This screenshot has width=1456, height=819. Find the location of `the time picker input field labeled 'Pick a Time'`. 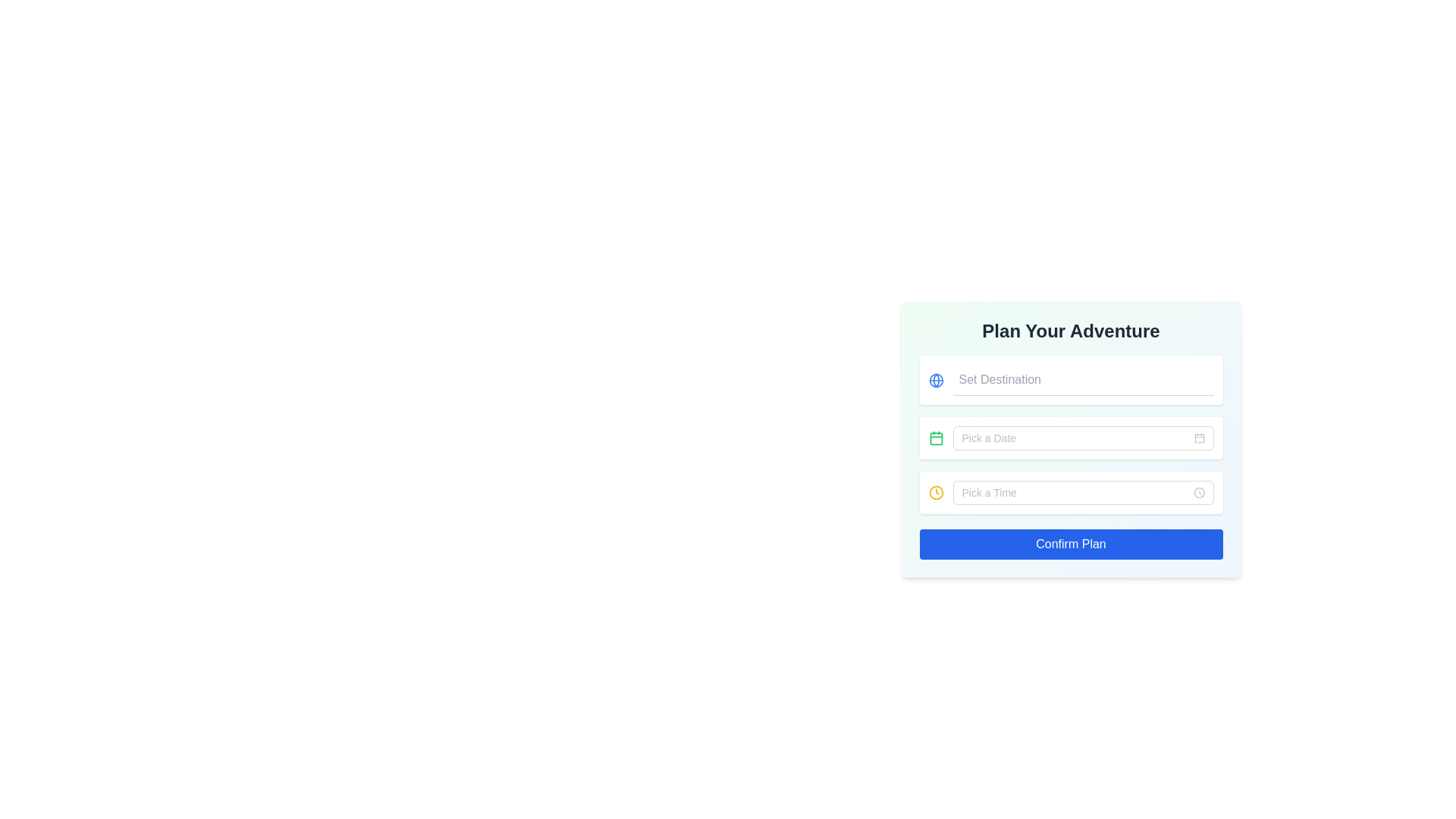

the time picker input field labeled 'Pick a Time' is located at coordinates (1082, 493).